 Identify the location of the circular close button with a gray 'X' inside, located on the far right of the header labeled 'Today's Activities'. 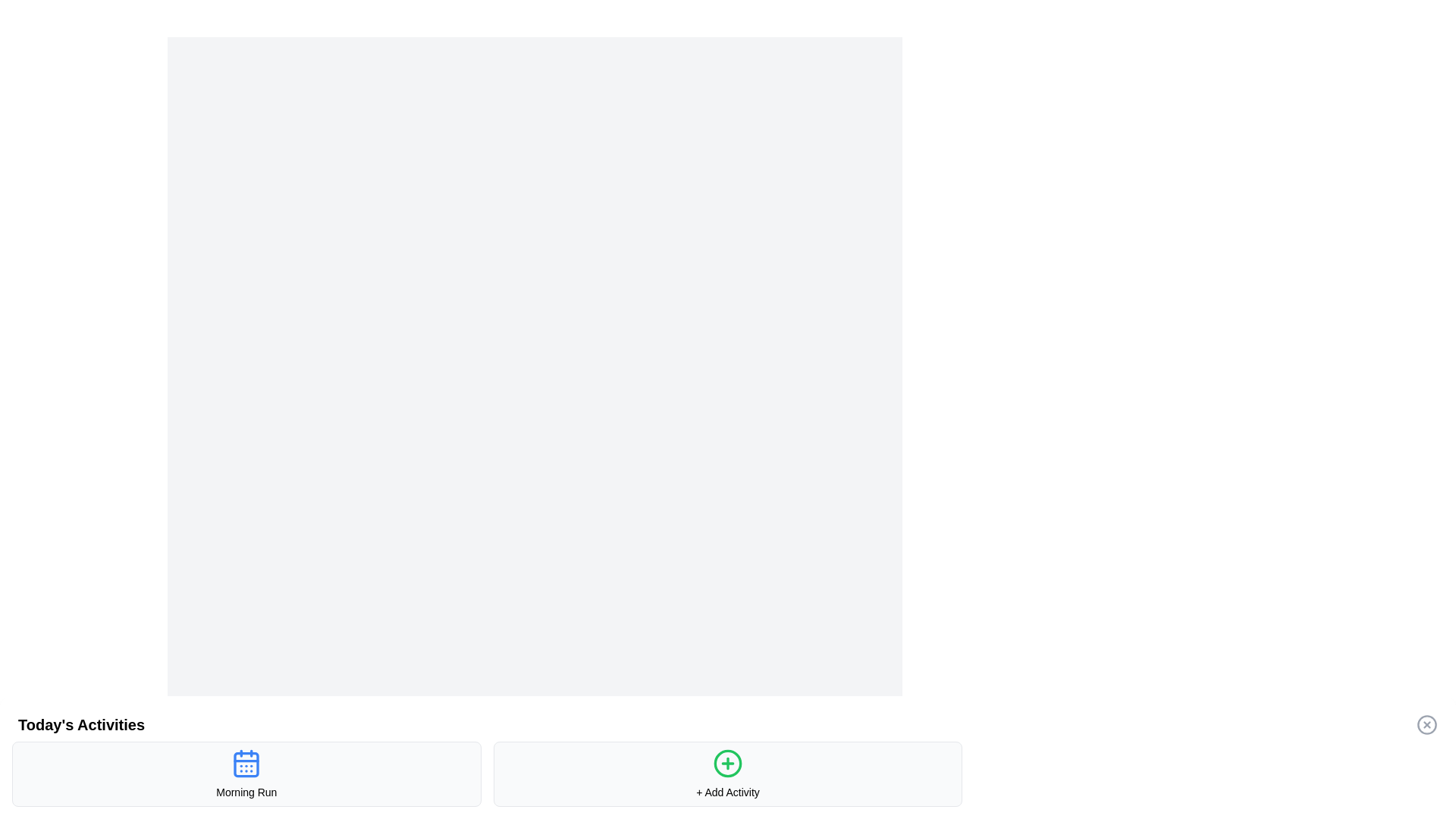
(1426, 724).